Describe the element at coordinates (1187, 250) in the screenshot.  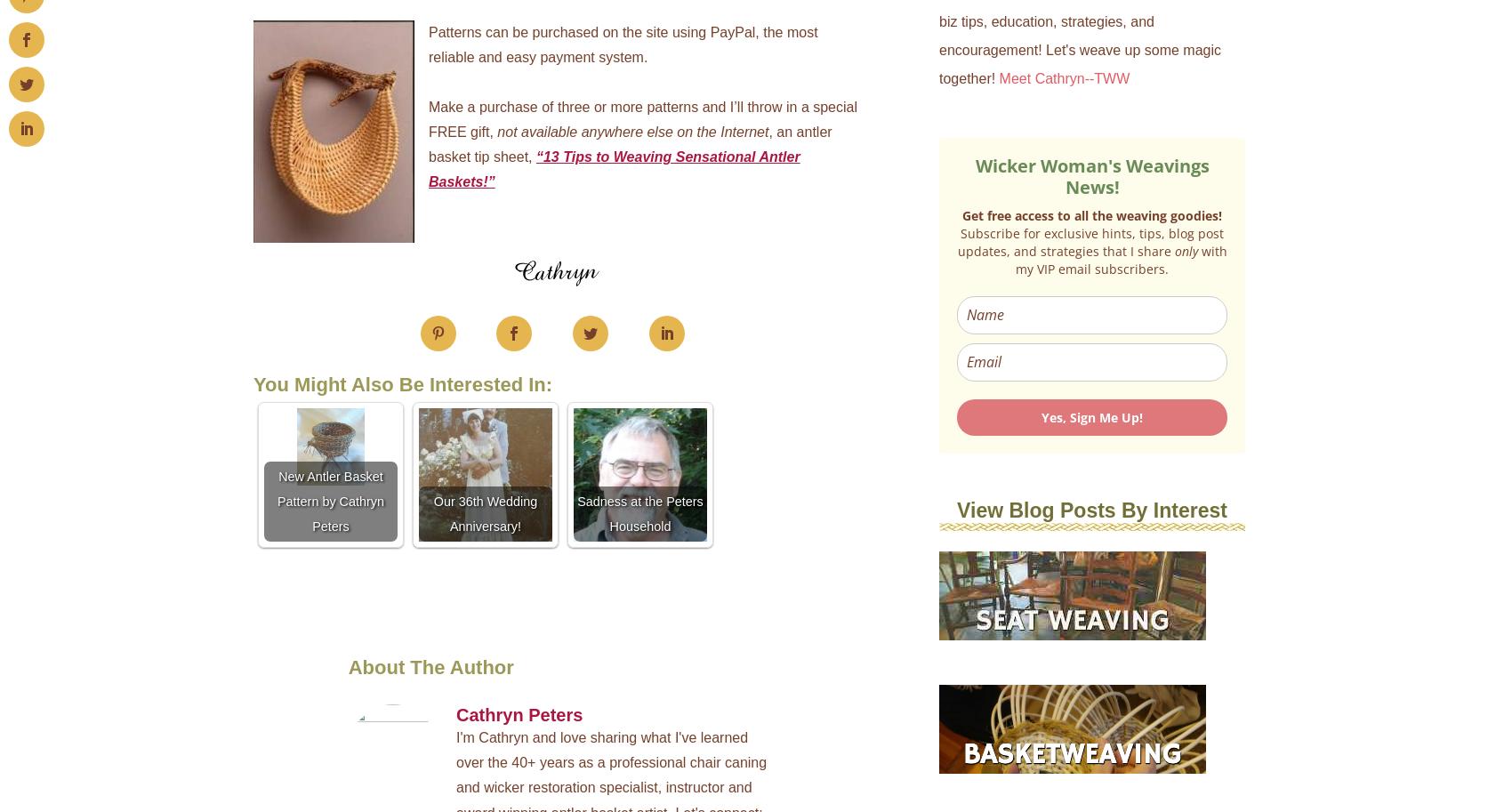
I see `'only'` at that location.